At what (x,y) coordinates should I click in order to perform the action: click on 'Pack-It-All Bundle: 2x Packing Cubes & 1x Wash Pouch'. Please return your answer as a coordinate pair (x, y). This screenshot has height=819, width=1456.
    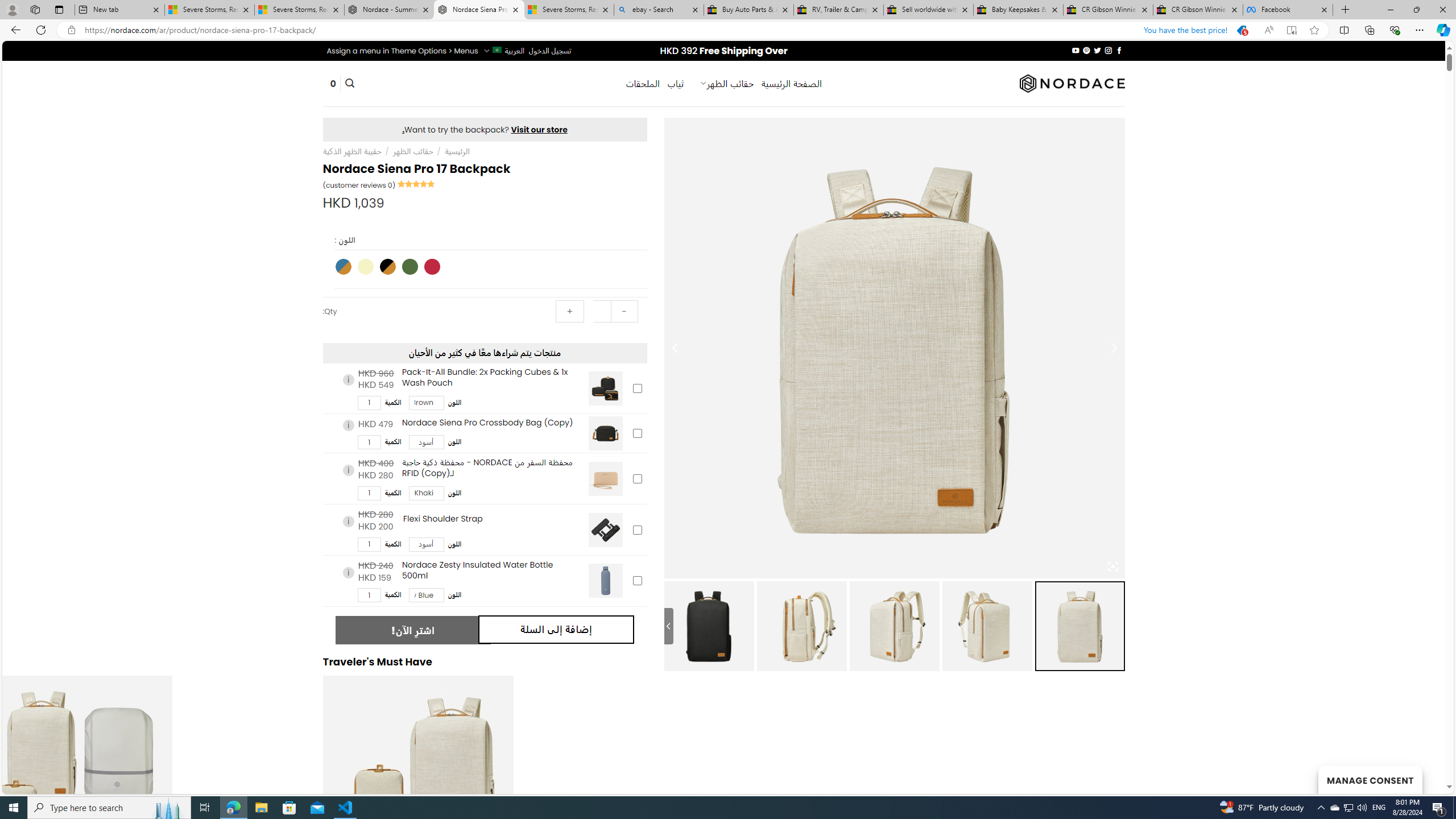
    Looking at the image, I should click on (605, 387).